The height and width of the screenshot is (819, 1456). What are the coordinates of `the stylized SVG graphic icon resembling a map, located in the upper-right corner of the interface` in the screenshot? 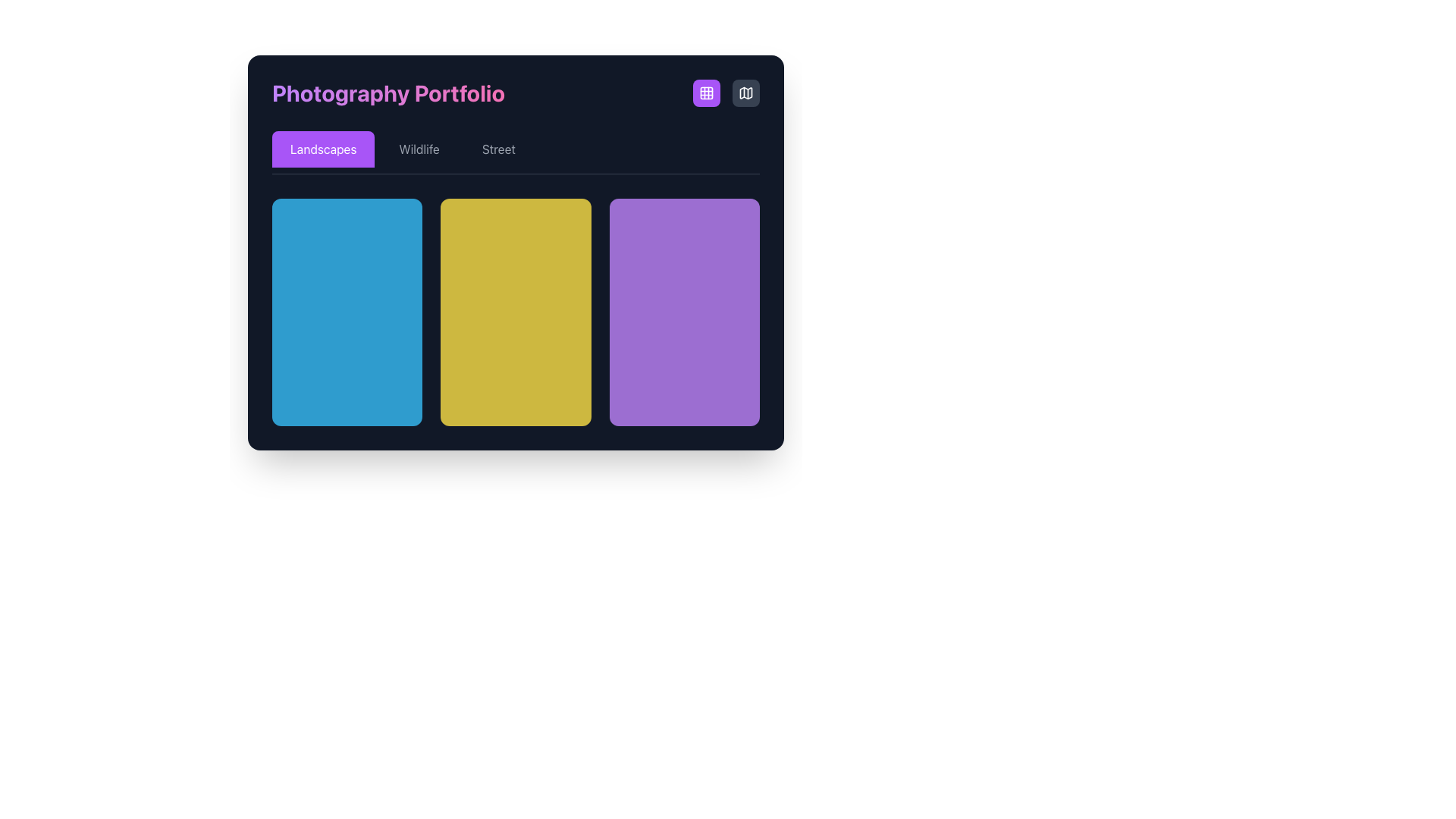 It's located at (745, 93).